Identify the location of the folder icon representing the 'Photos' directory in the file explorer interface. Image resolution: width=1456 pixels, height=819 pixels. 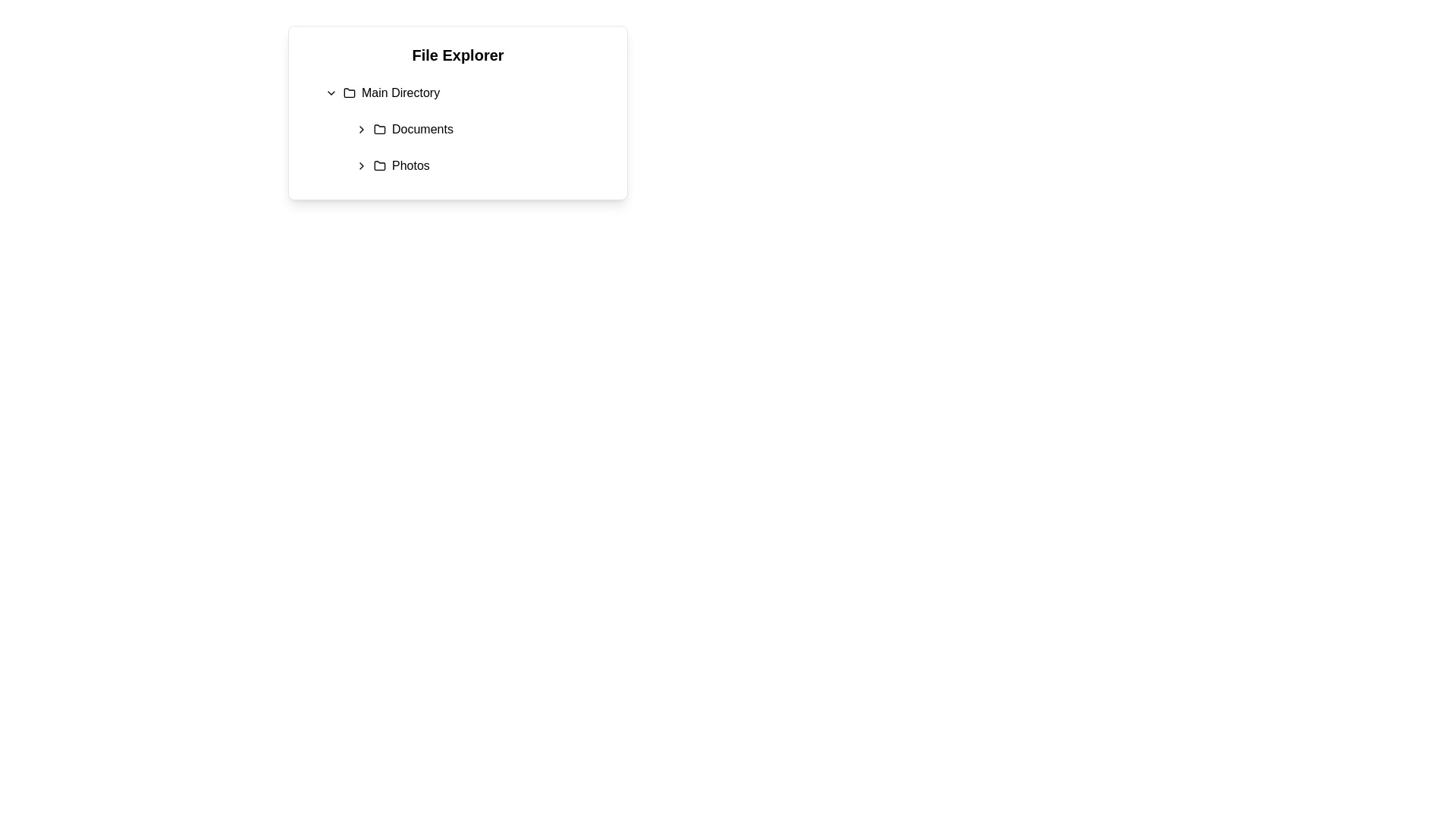
(379, 166).